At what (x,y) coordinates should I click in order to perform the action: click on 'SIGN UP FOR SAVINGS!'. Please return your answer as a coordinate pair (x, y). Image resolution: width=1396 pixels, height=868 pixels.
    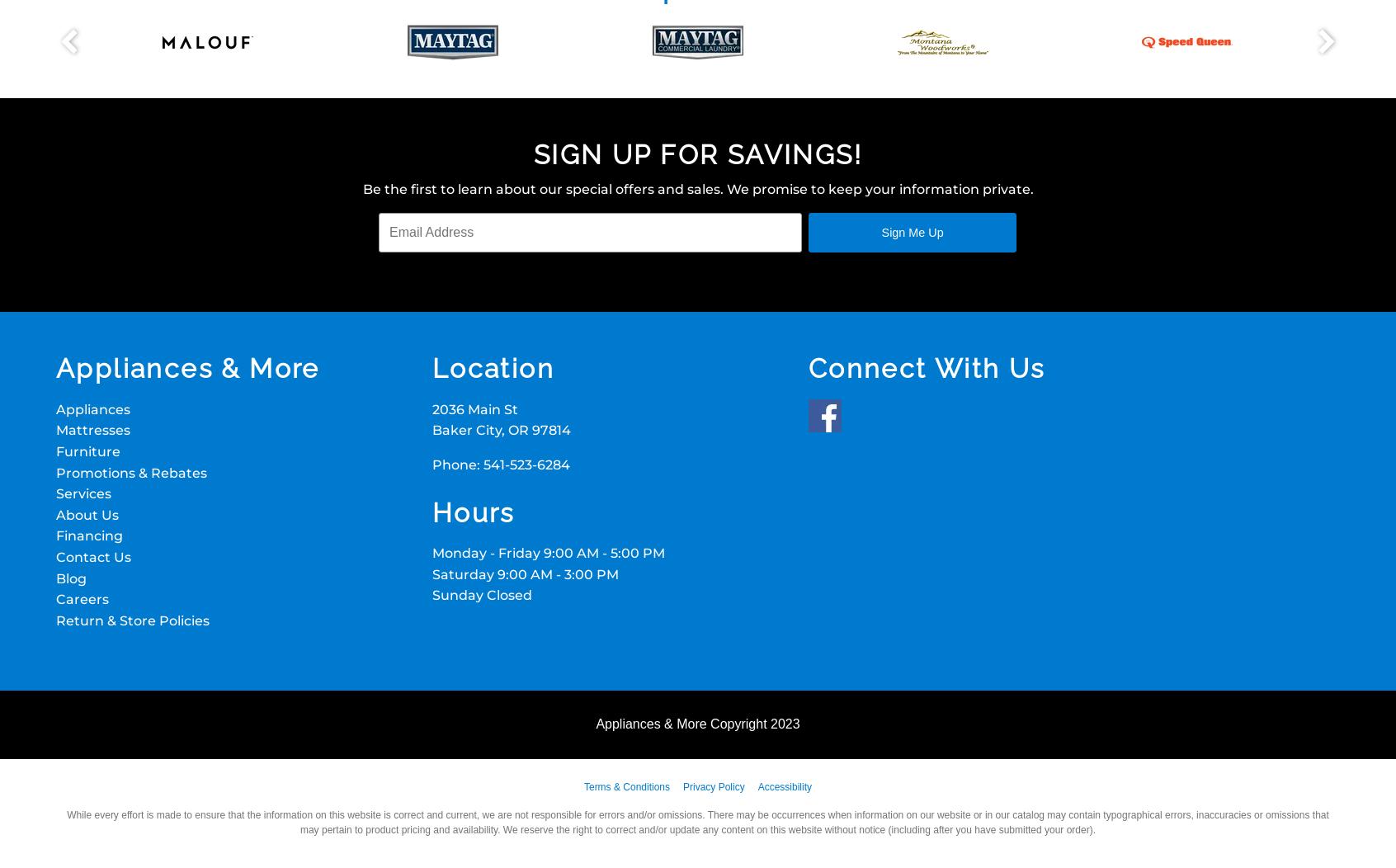
    Looking at the image, I should click on (534, 154).